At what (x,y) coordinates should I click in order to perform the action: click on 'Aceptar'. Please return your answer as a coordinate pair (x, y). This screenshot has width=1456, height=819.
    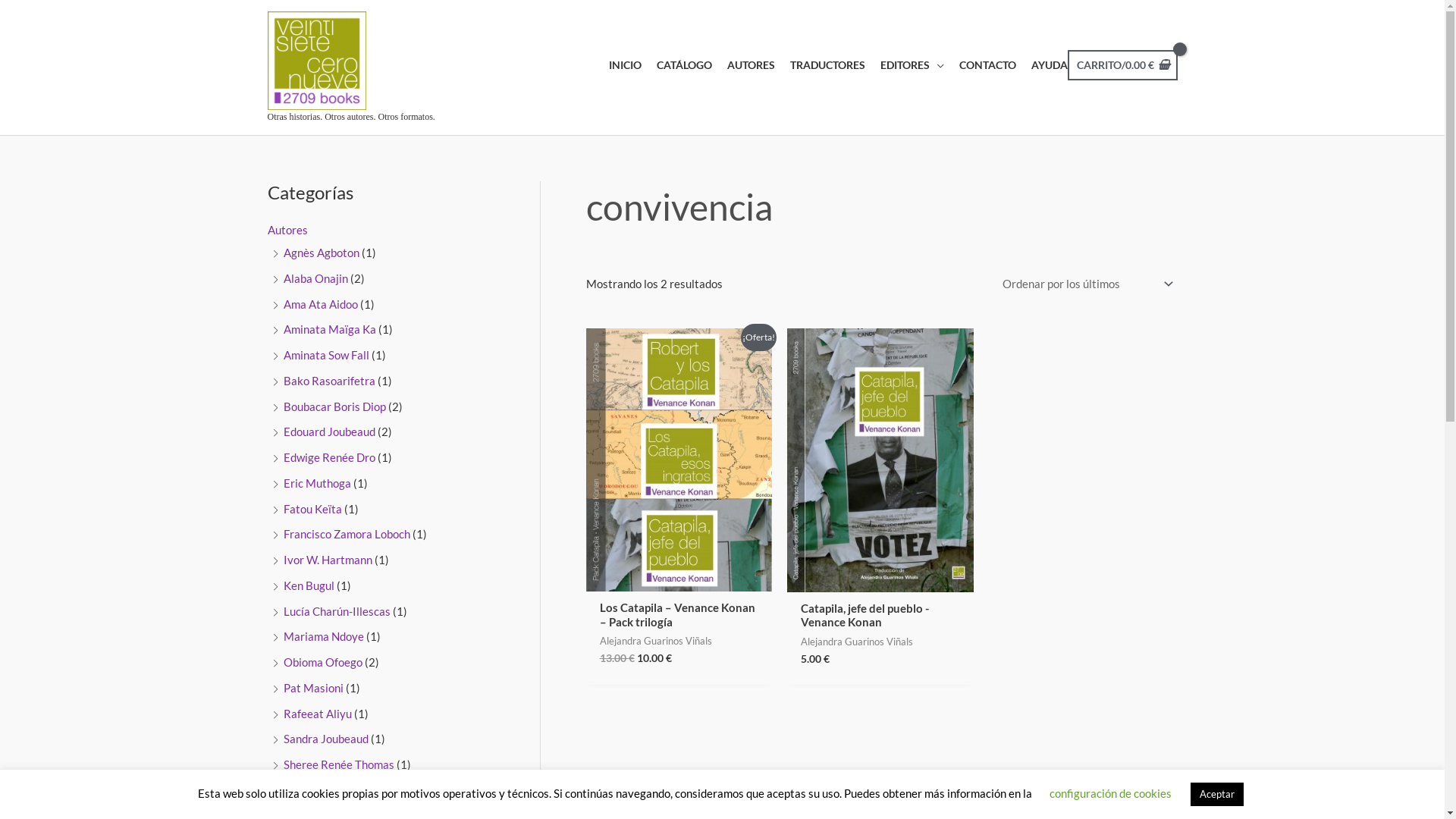
    Looking at the image, I should click on (1216, 793).